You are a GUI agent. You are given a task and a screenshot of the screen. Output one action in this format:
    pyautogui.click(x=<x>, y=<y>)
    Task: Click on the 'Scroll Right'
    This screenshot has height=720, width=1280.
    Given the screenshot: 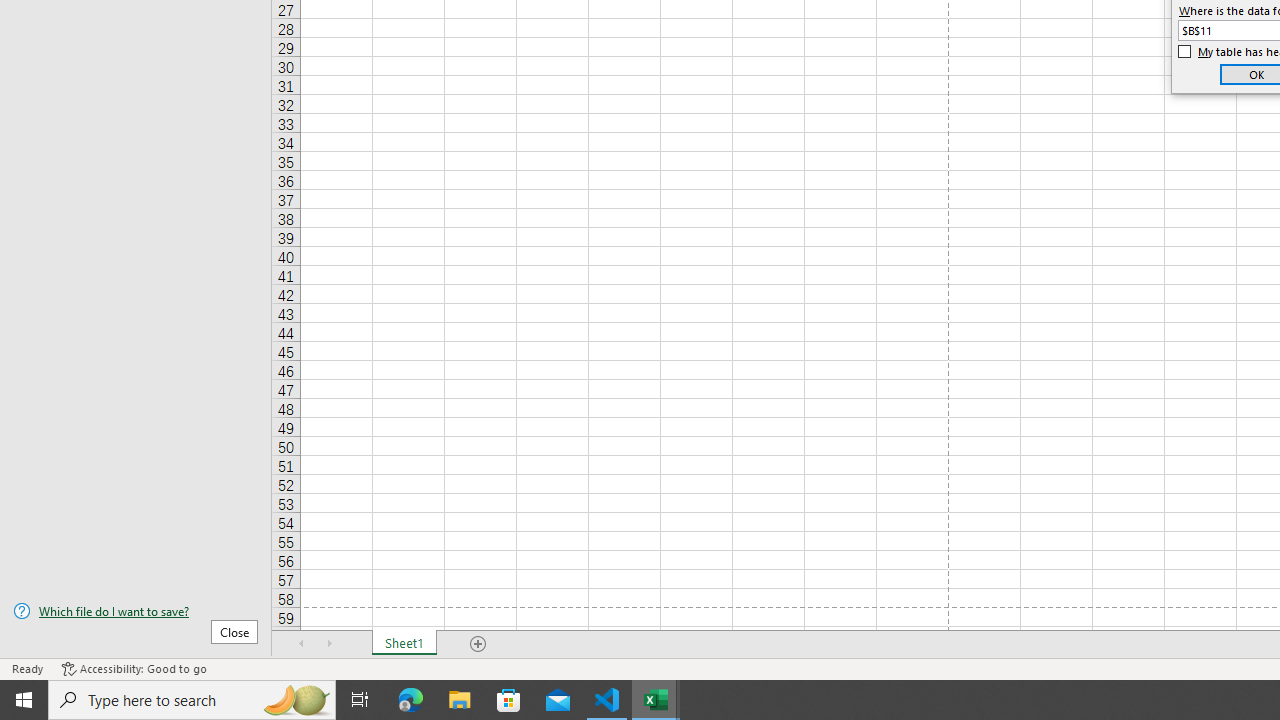 What is the action you would take?
    pyautogui.click(x=330, y=644)
    